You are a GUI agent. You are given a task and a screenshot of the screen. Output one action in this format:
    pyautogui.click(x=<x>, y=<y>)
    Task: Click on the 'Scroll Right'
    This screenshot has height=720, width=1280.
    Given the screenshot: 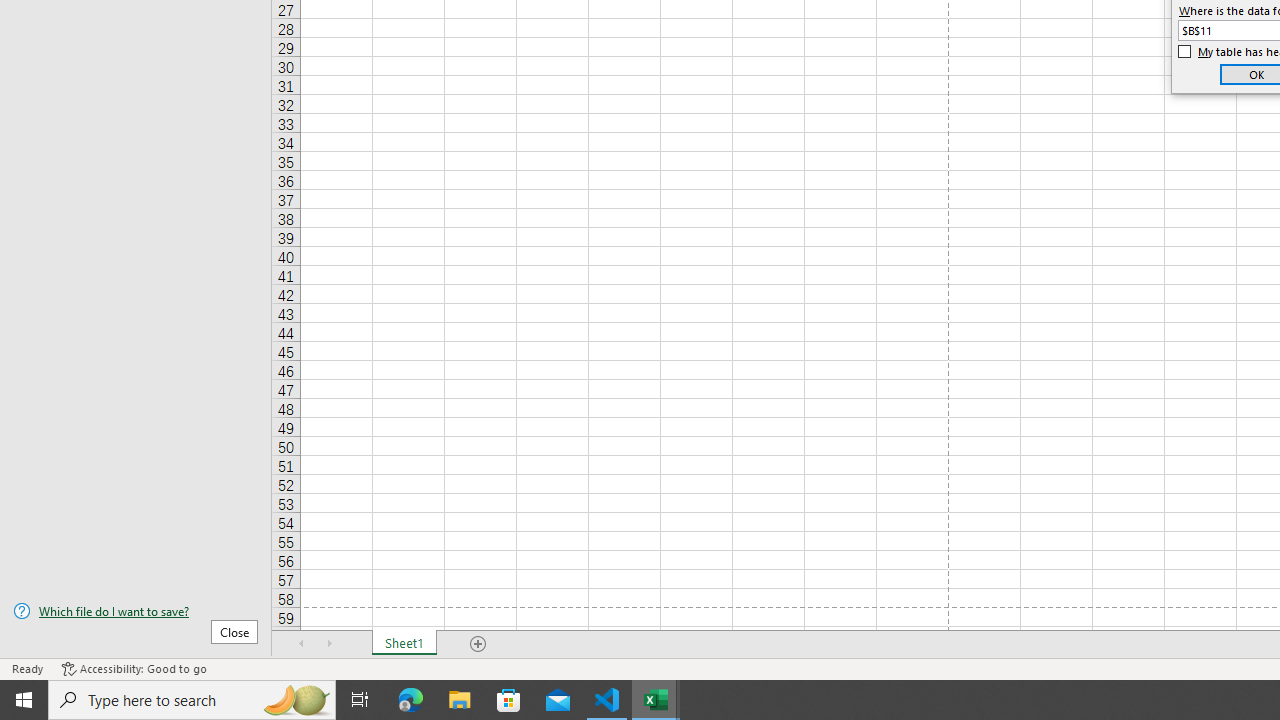 What is the action you would take?
    pyautogui.click(x=330, y=644)
    